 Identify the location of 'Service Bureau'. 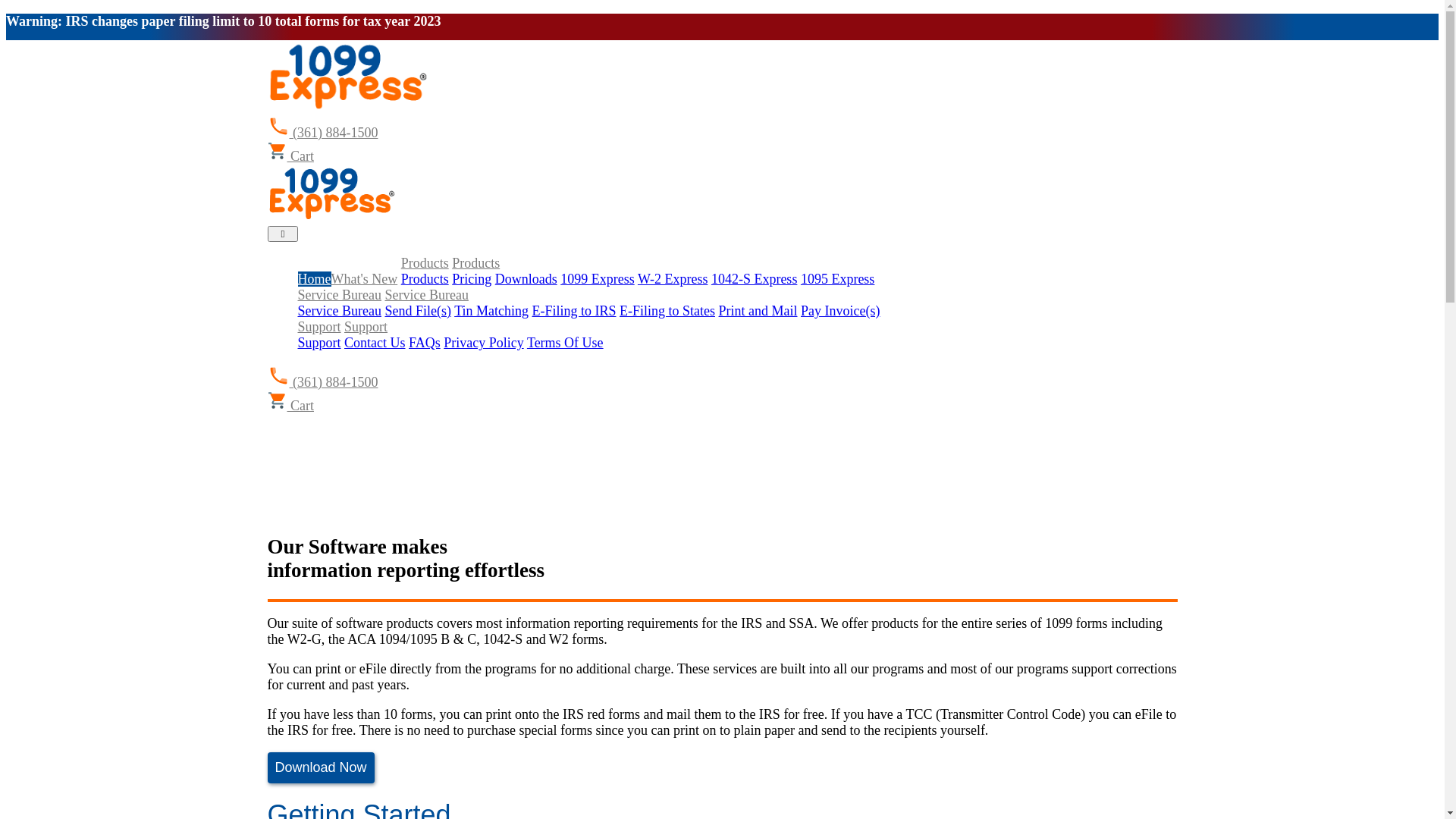
(337, 309).